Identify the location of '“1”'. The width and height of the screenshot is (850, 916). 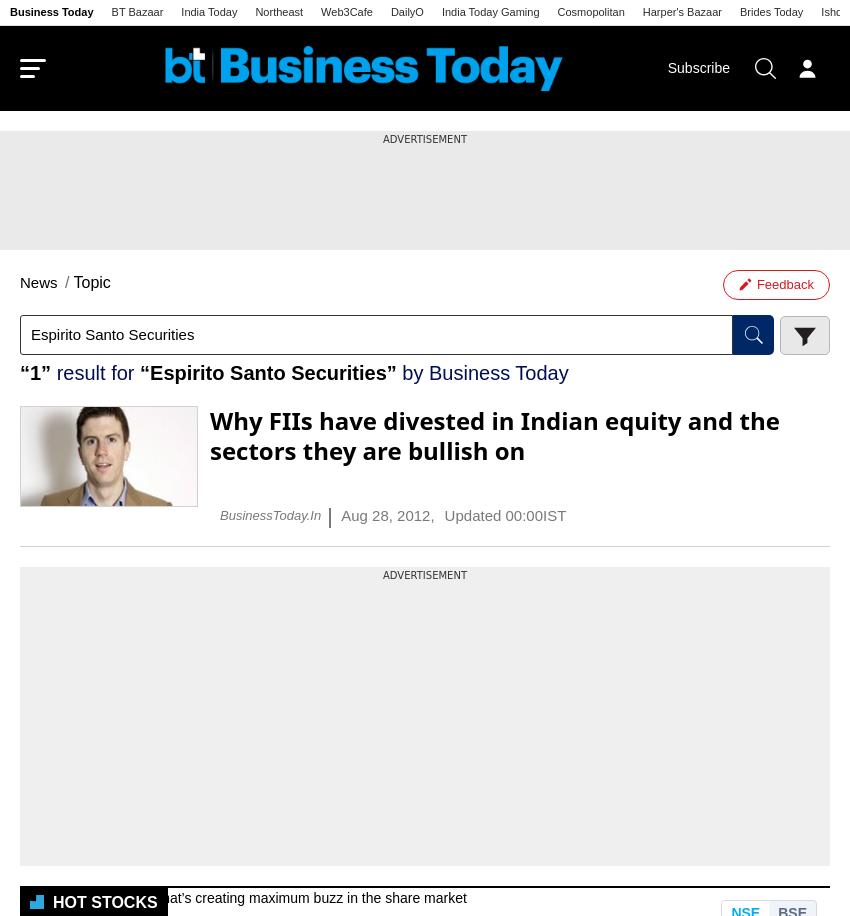
(34, 371).